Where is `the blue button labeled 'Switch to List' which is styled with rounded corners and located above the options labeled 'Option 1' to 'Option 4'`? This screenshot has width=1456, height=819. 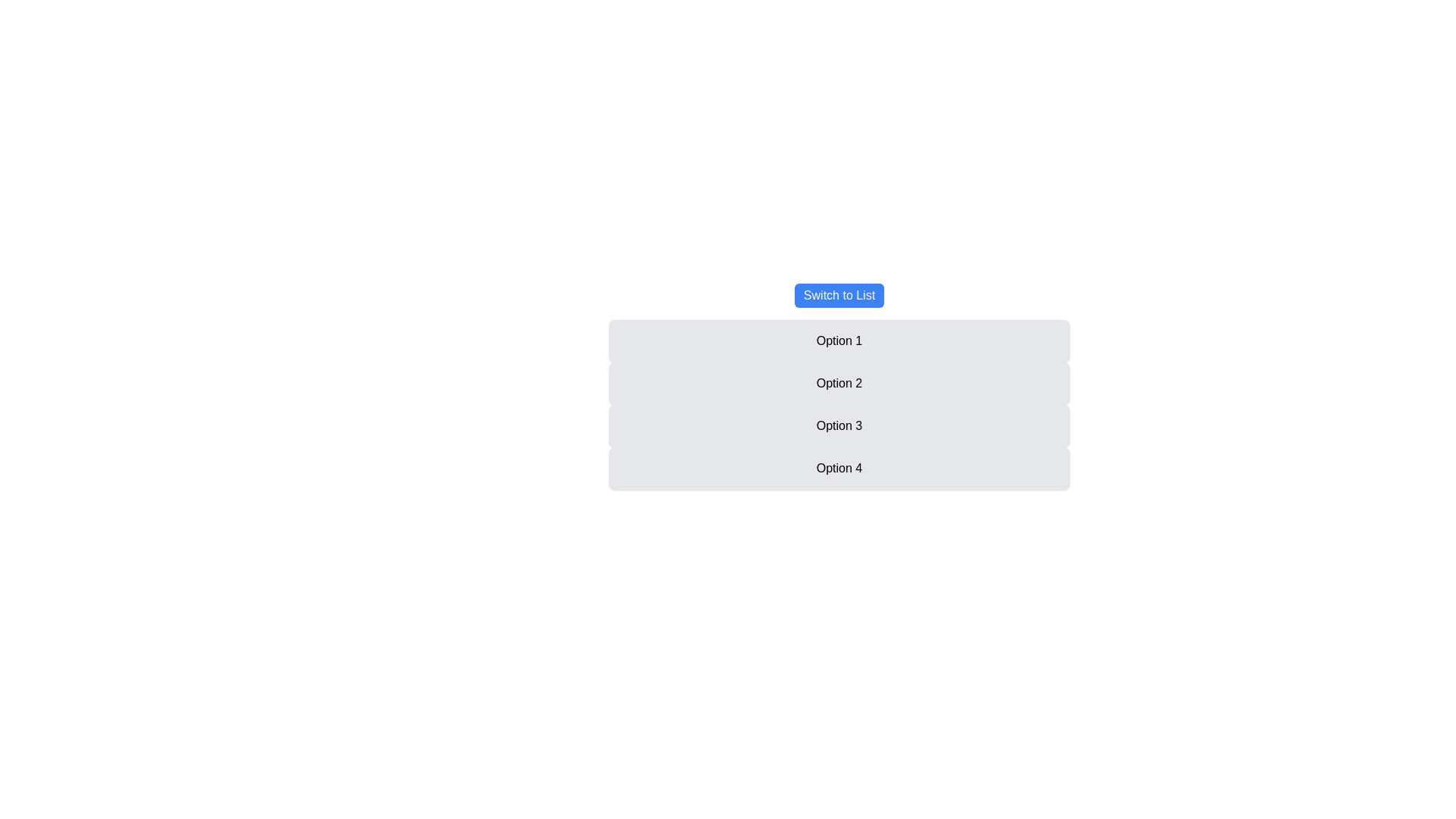
the blue button labeled 'Switch to List' which is styled with rounded corners and located above the options labeled 'Option 1' to 'Option 4' is located at coordinates (839, 295).